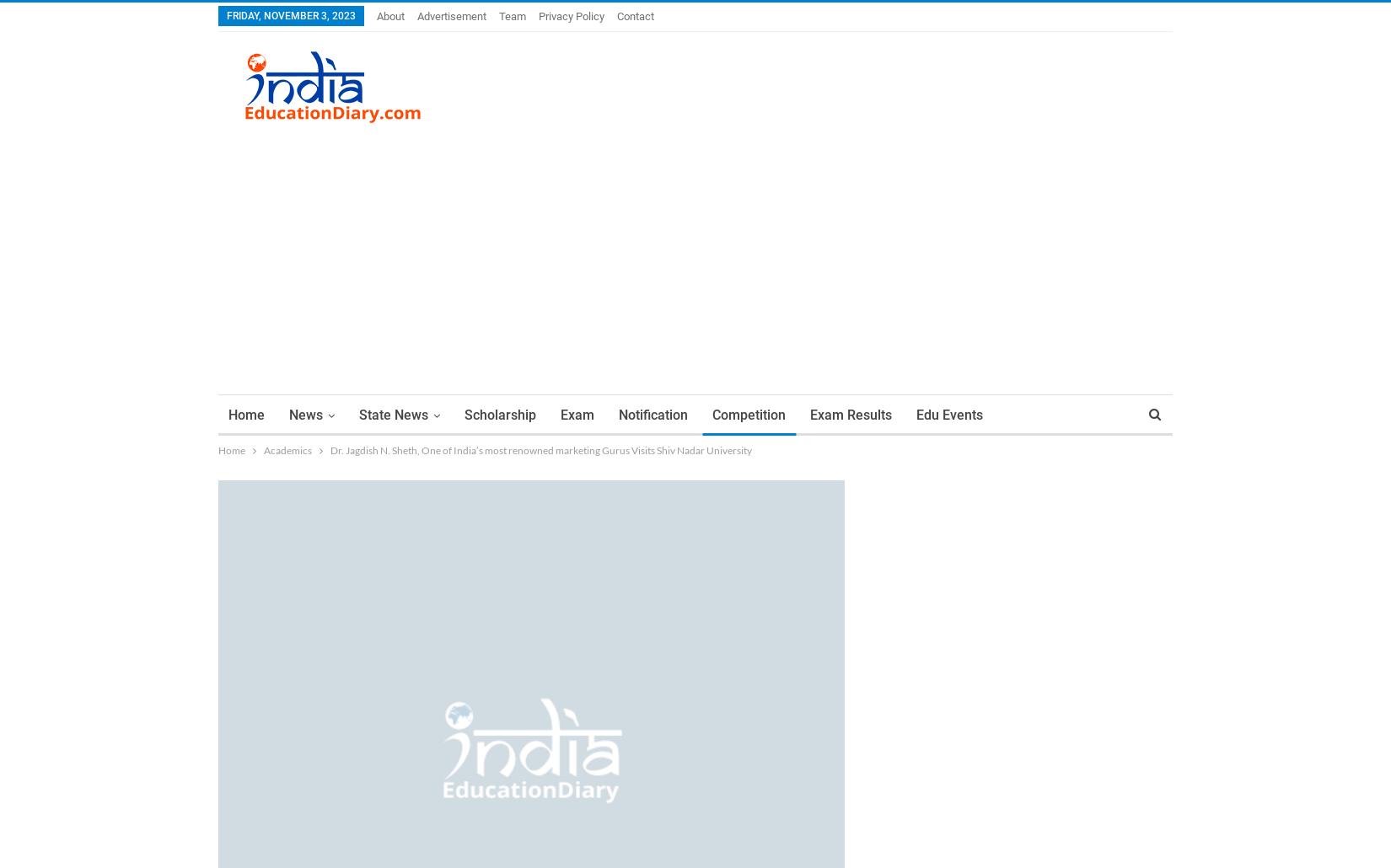 The image size is (1391, 868). Describe the element at coordinates (392, 414) in the screenshot. I see `'State News'` at that location.